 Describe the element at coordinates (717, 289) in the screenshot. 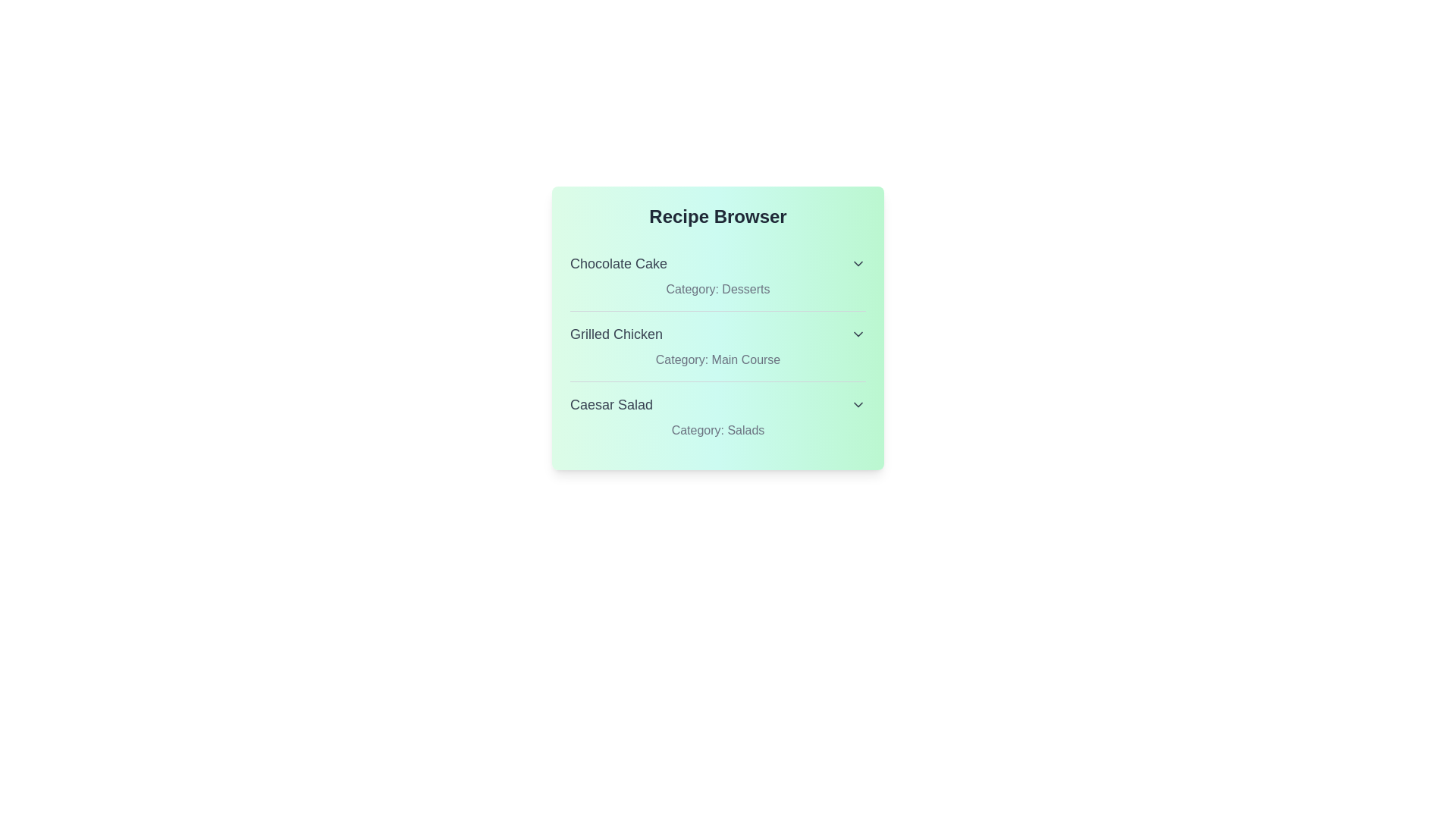

I see `the category text for Chocolate Cake to inspect its details` at that location.